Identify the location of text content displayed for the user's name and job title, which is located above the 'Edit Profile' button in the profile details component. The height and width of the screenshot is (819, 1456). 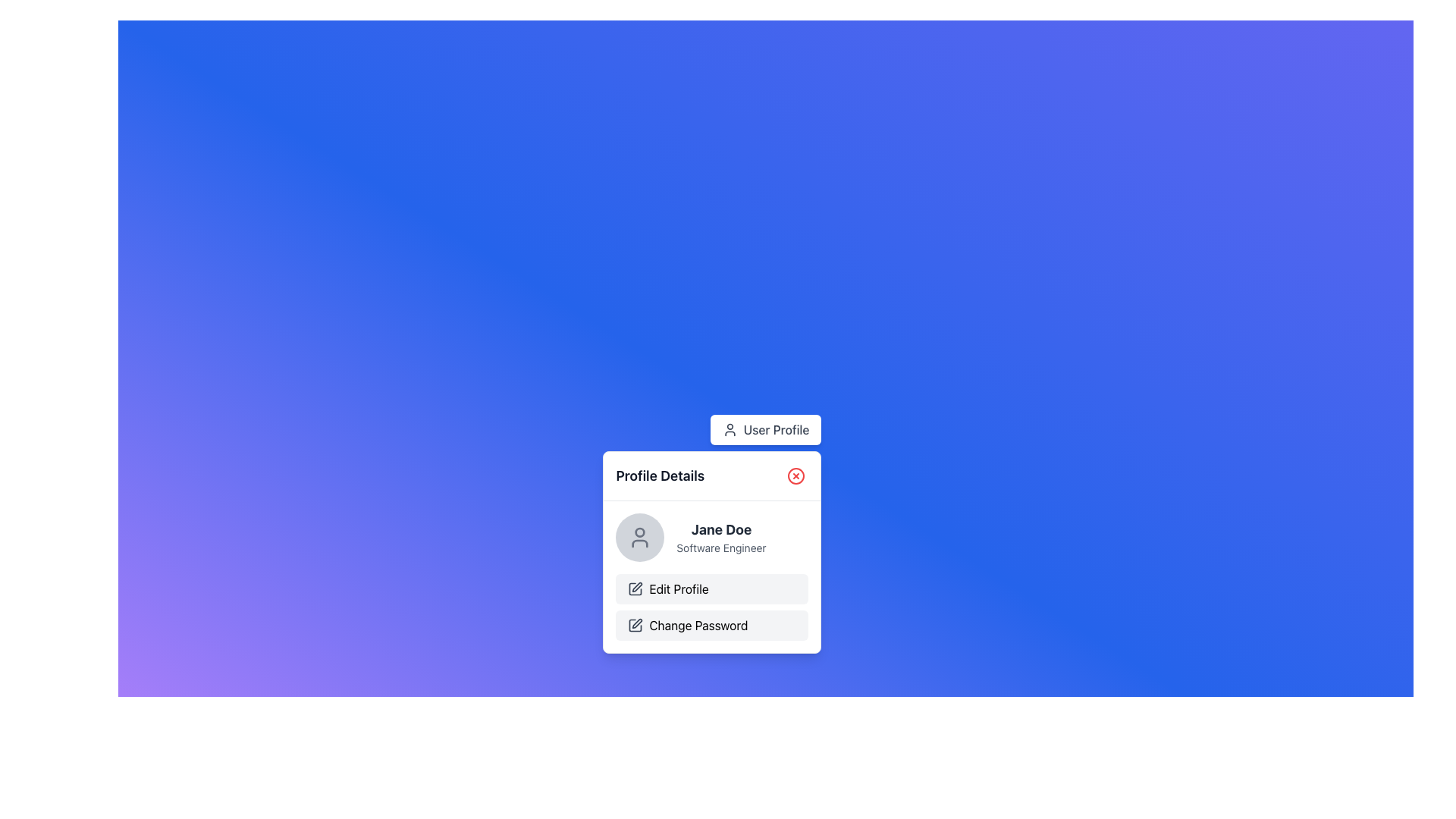
(720, 537).